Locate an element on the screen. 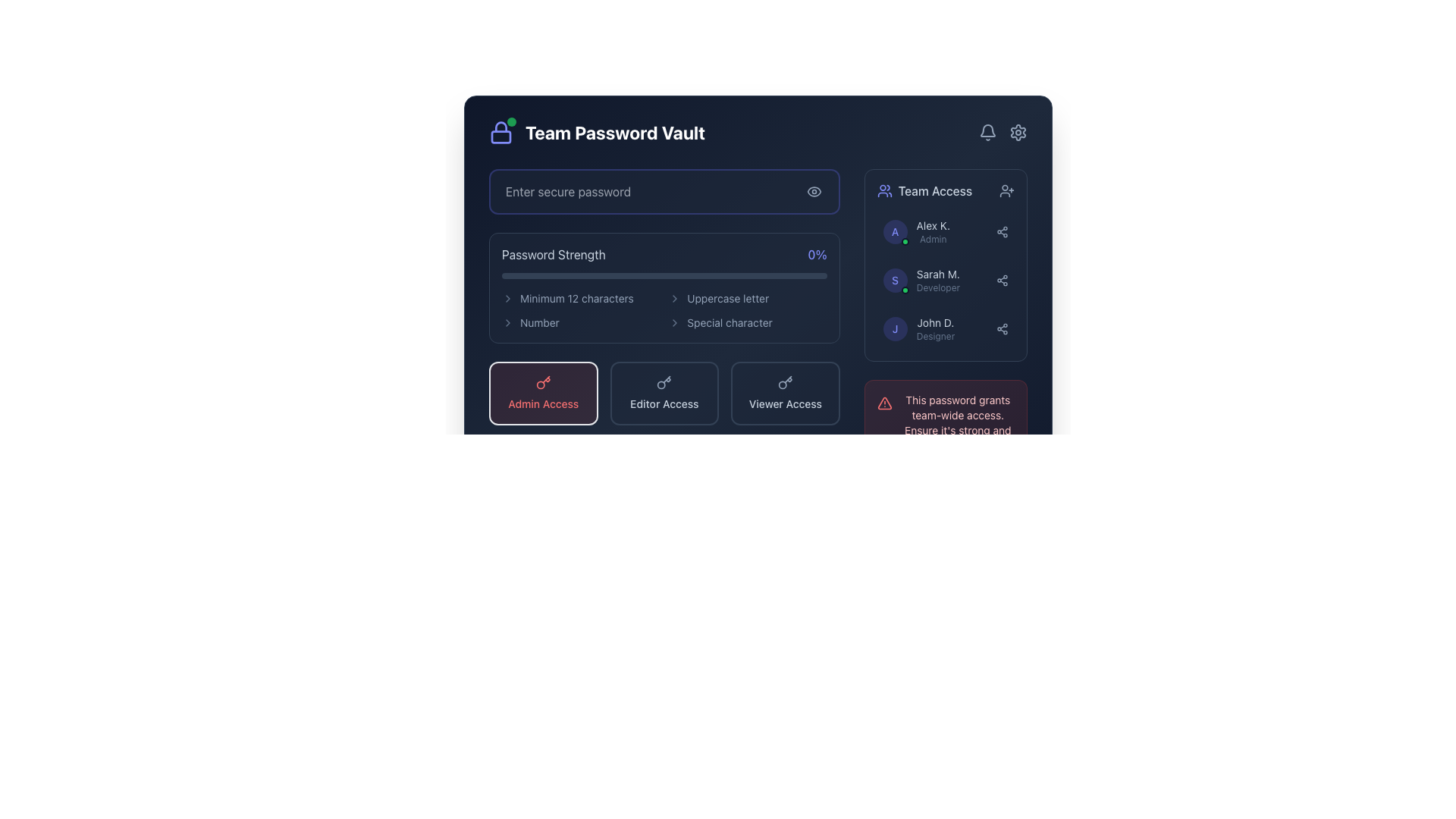 The image size is (1456, 819). the 'Editor Access' button, which is the second button in a row of three, featuring a key icon and text is located at coordinates (664, 393).